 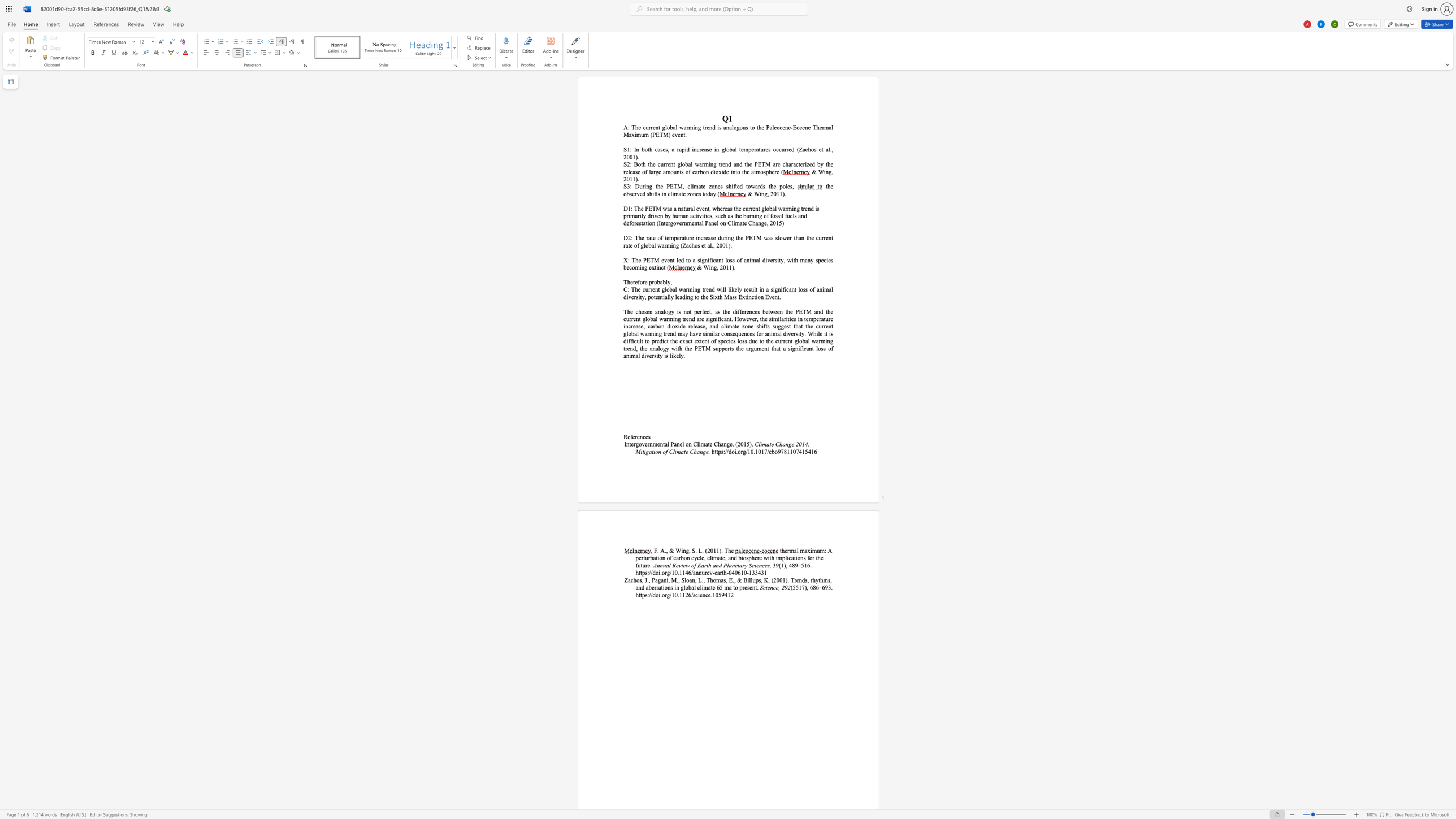 What do you see at coordinates (649, 319) in the screenshot?
I see `the space between the continuous character "o" and "b" in the text` at bounding box center [649, 319].